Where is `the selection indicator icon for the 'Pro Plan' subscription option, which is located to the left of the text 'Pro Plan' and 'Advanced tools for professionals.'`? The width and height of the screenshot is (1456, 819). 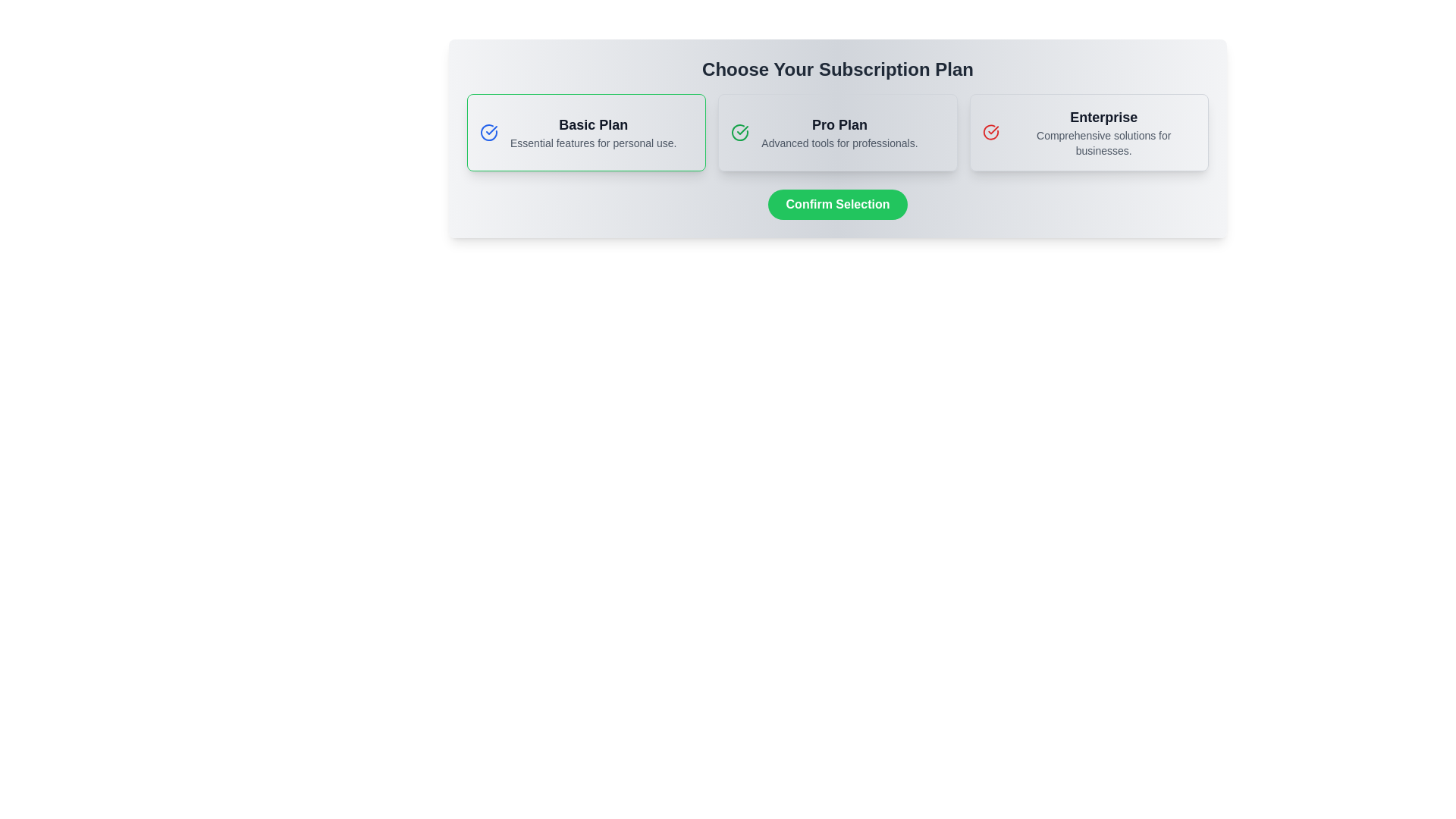
the selection indicator icon for the 'Pro Plan' subscription option, which is located to the left of the text 'Pro Plan' and 'Advanced tools for professionals.' is located at coordinates (740, 131).